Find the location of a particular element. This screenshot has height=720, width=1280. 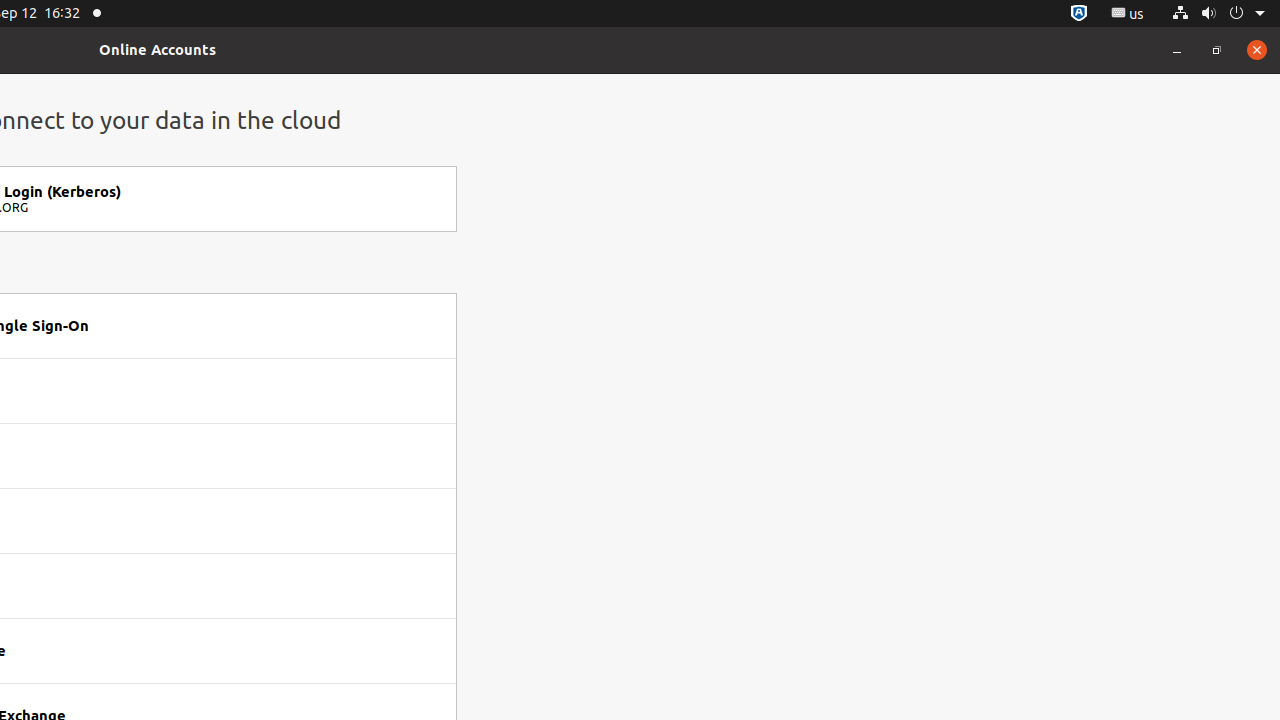

'Close' is located at coordinates (1255, 48).